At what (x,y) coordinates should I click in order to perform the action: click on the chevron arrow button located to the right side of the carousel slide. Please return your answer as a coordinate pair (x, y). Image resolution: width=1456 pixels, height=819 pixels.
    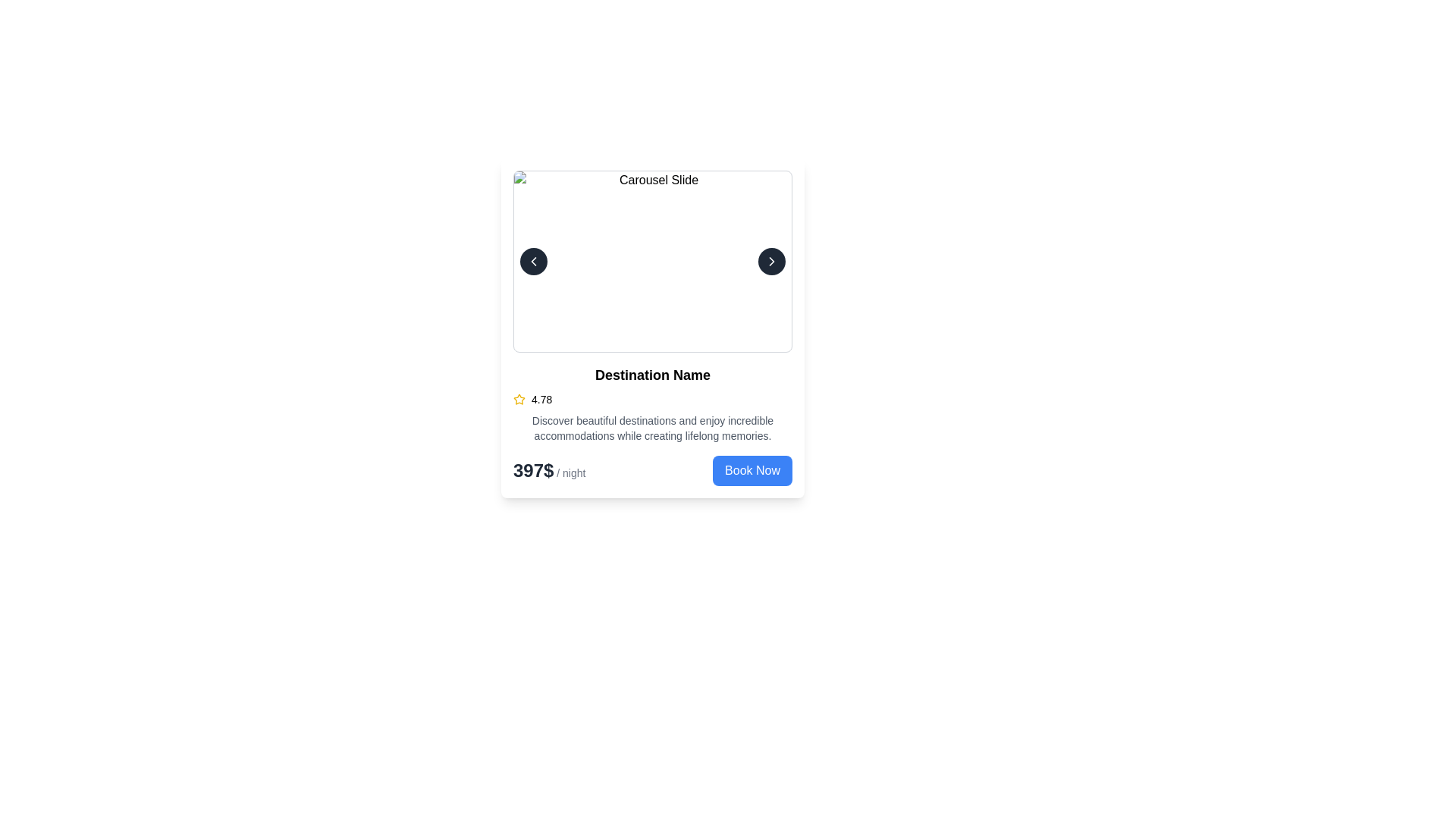
    Looking at the image, I should click on (771, 260).